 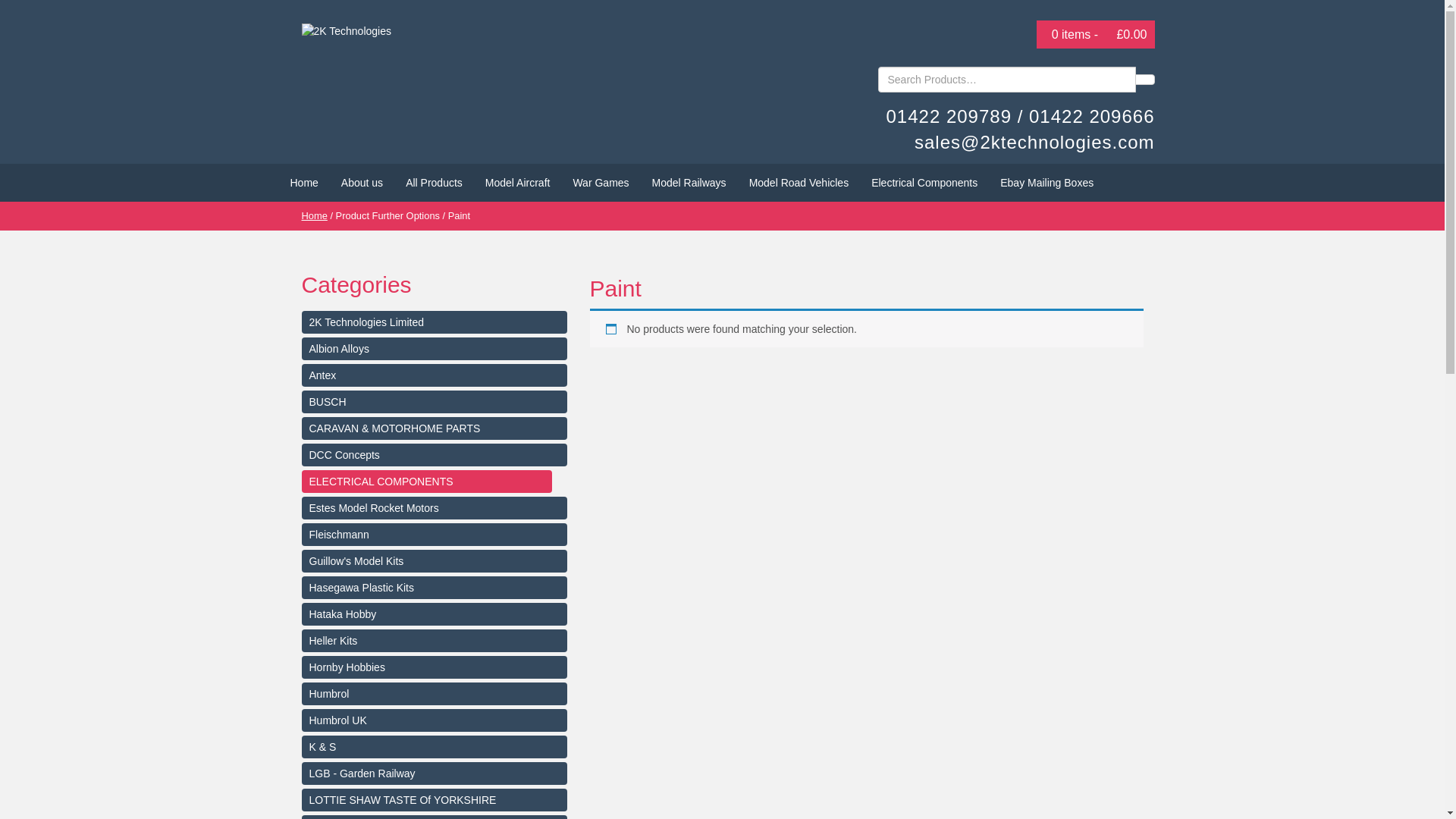 What do you see at coordinates (433, 773) in the screenshot?
I see `'LGB - Garden Railway'` at bounding box center [433, 773].